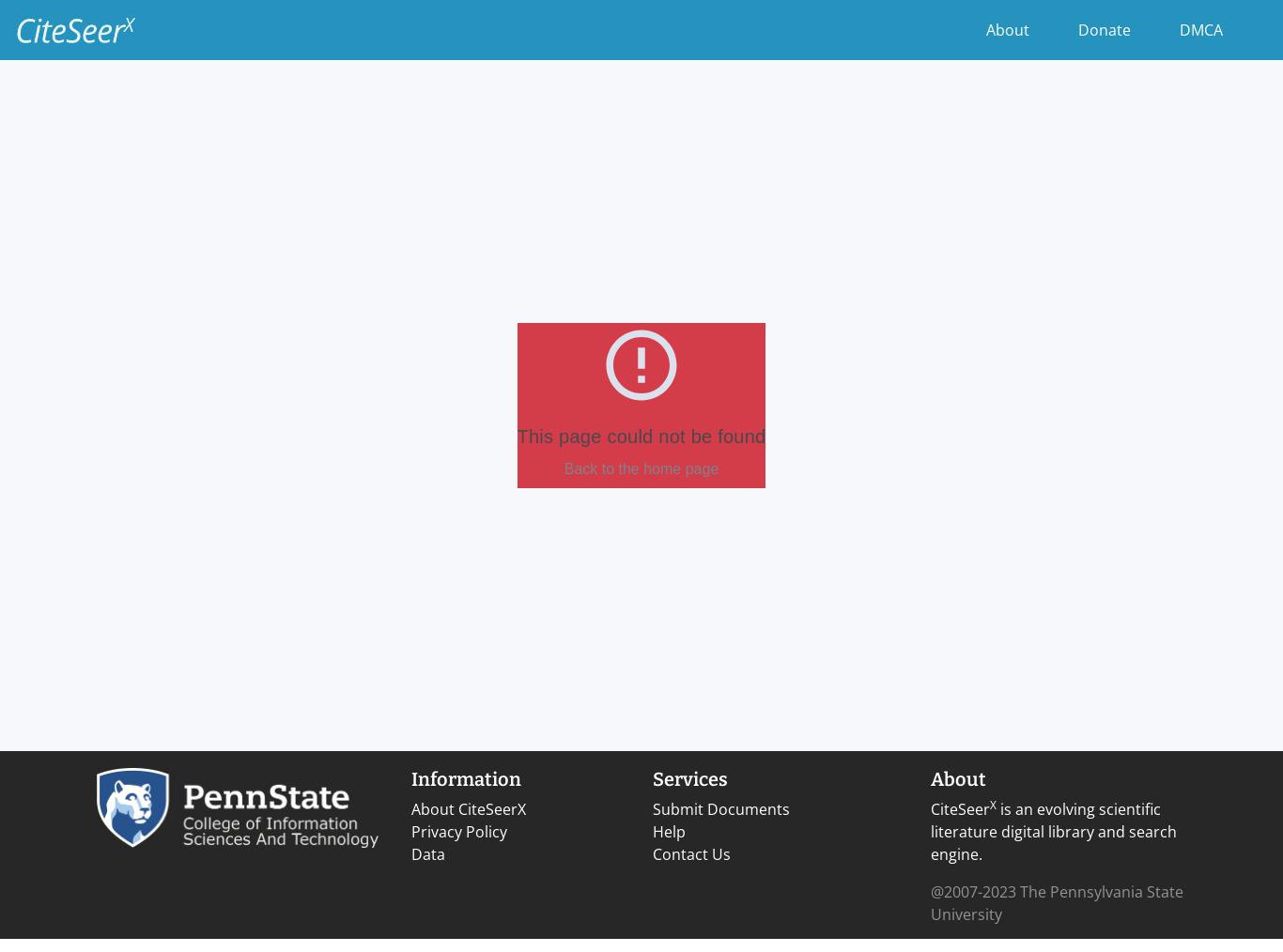 This screenshot has height=952, width=1283. Describe the element at coordinates (960, 808) in the screenshot. I see `'CiteSeer'` at that location.